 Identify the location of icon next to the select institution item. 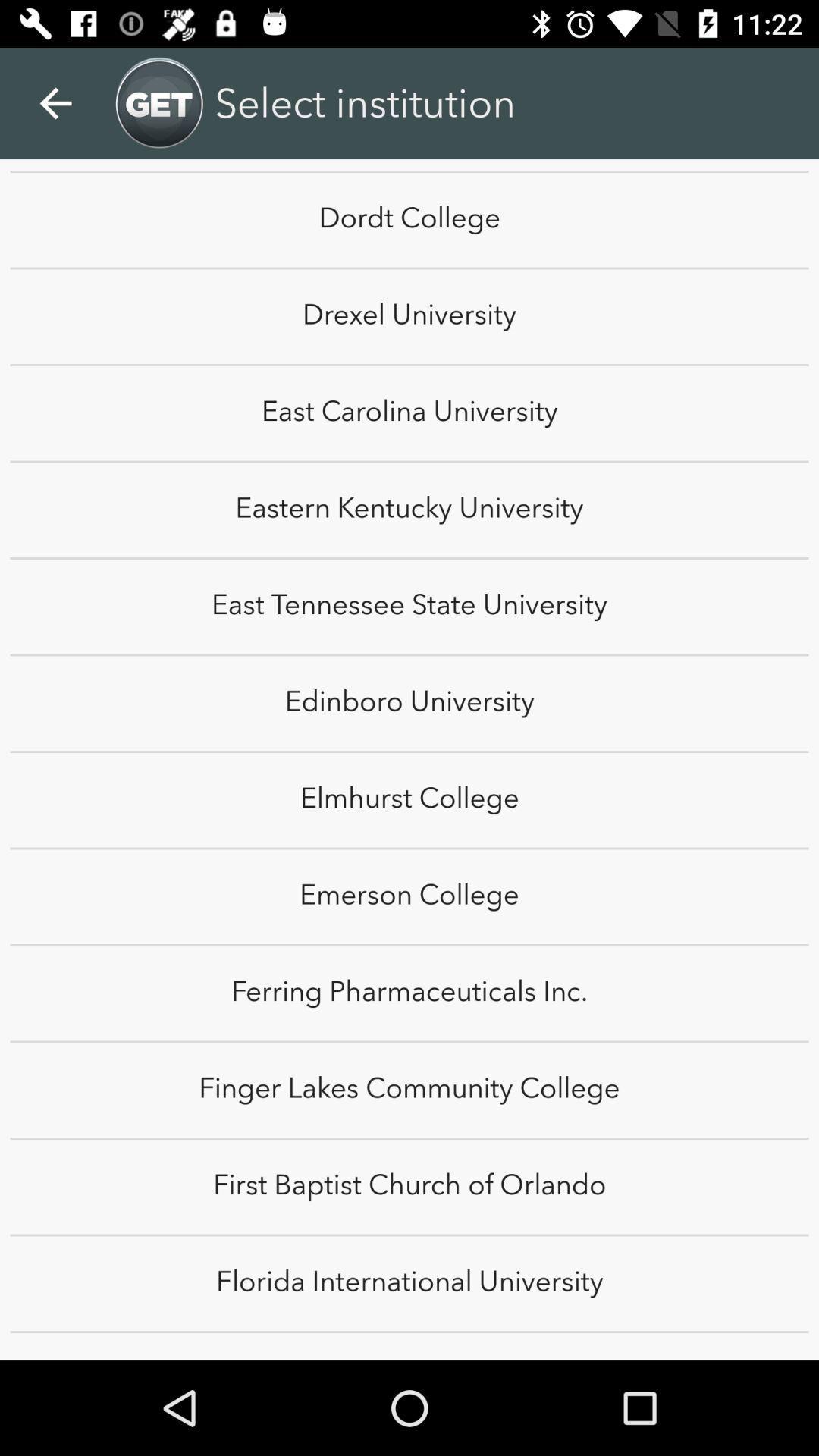
(779, 86).